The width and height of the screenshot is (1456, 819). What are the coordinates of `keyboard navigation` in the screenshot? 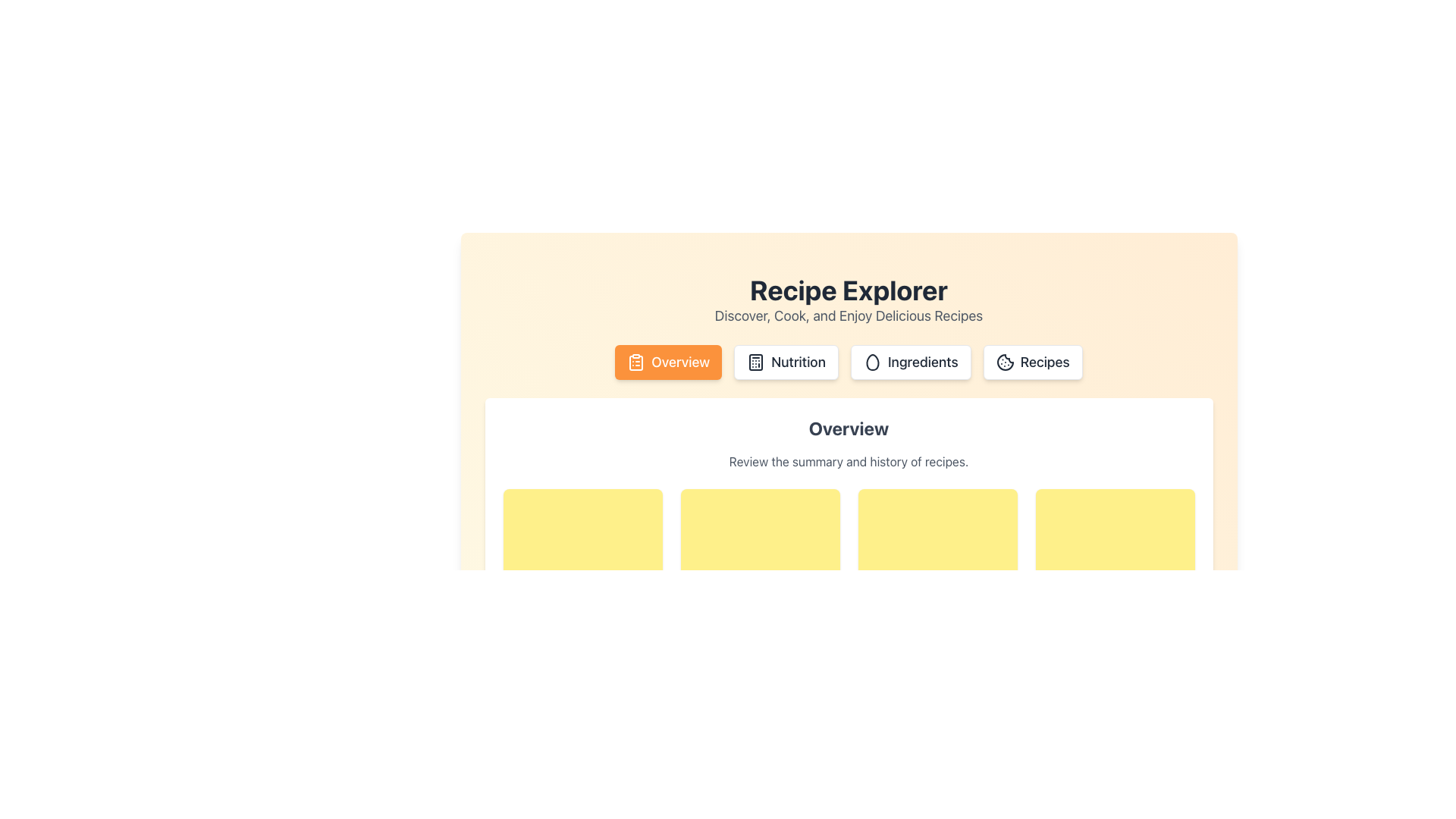 It's located at (1032, 362).